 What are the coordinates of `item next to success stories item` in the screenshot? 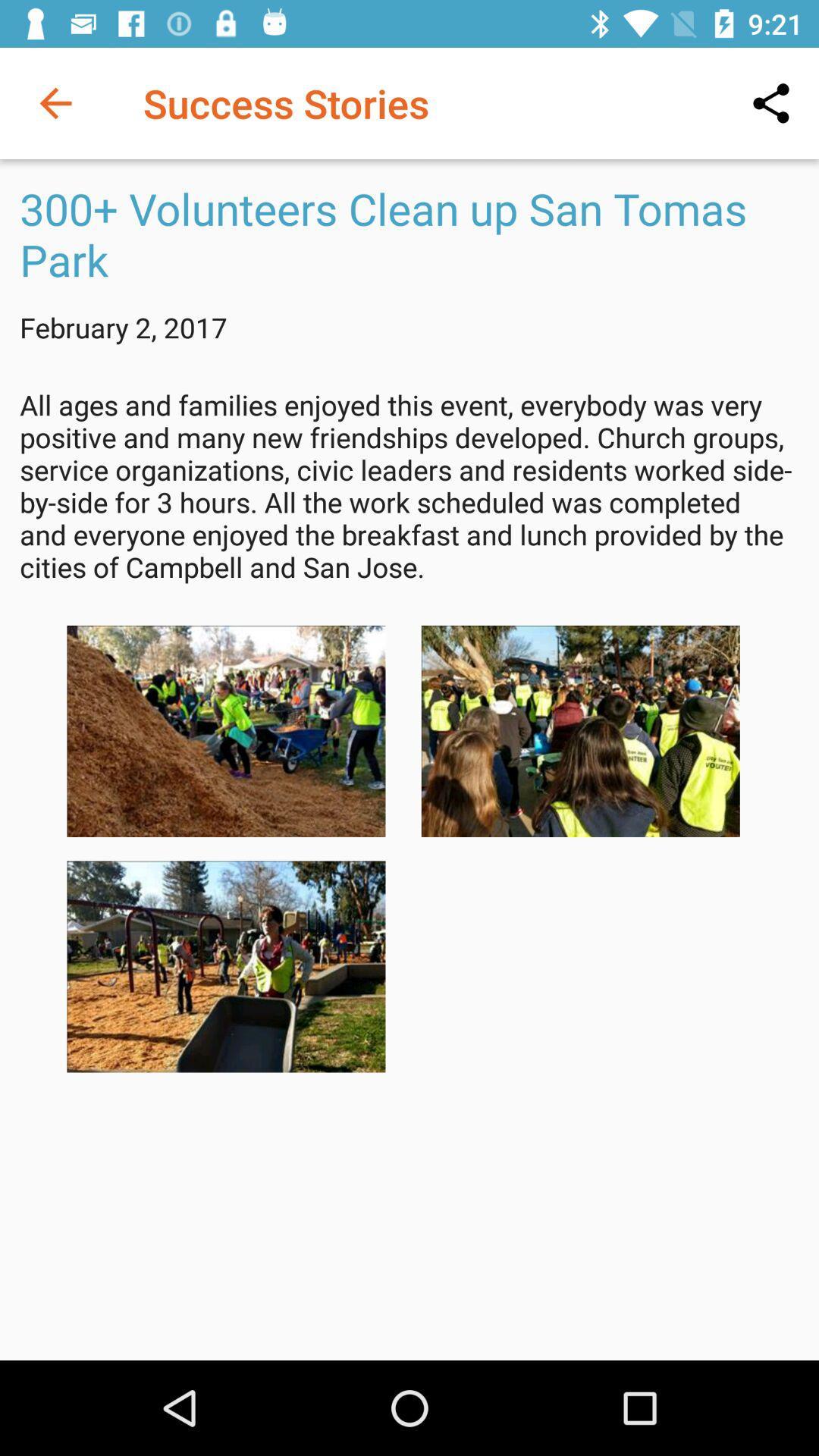 It's located at (771, 102).